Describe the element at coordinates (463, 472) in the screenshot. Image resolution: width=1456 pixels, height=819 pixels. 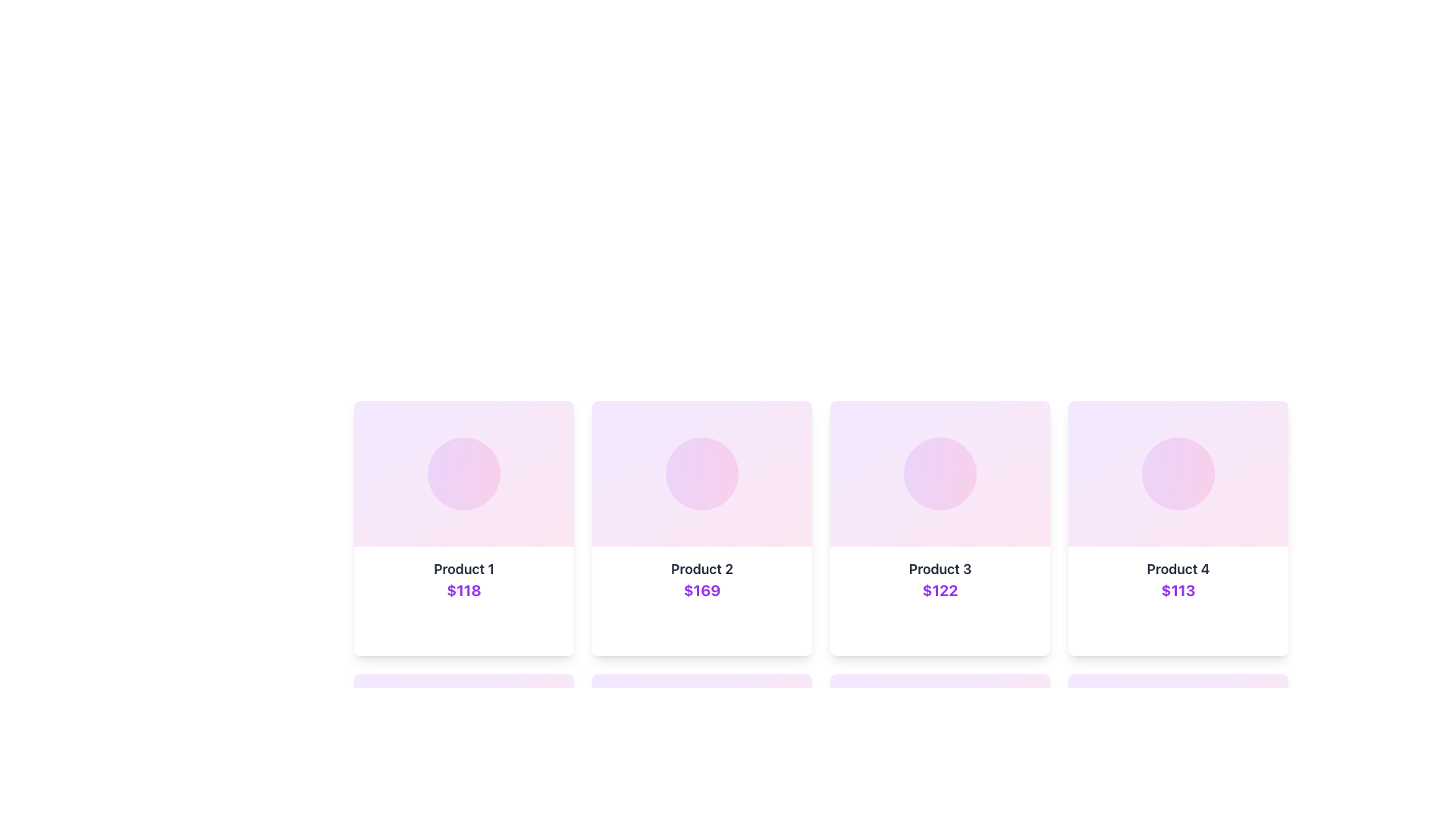
I see `the decorative element located in the upper section of the 'Product 1' card, which enhances the card's appearance` at that location.